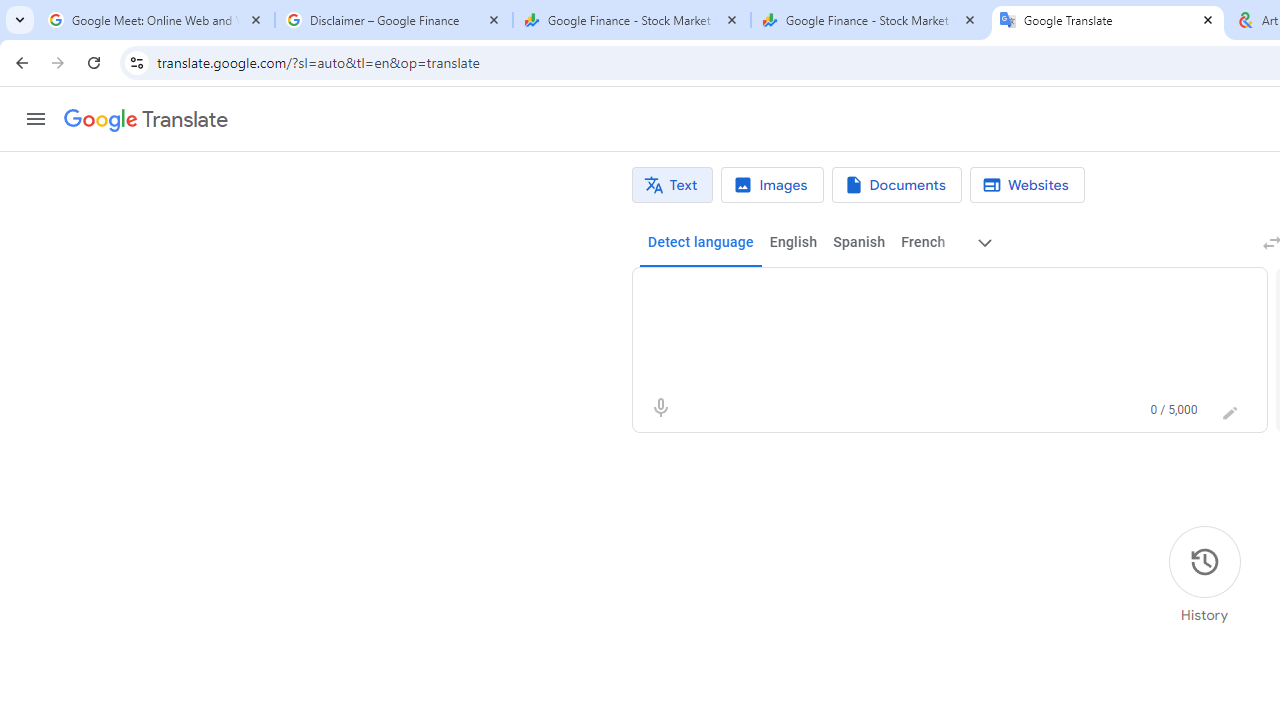  Describe the element at coordinates (895, 185) in the screenshot. I see `'Document translation'` at that location.